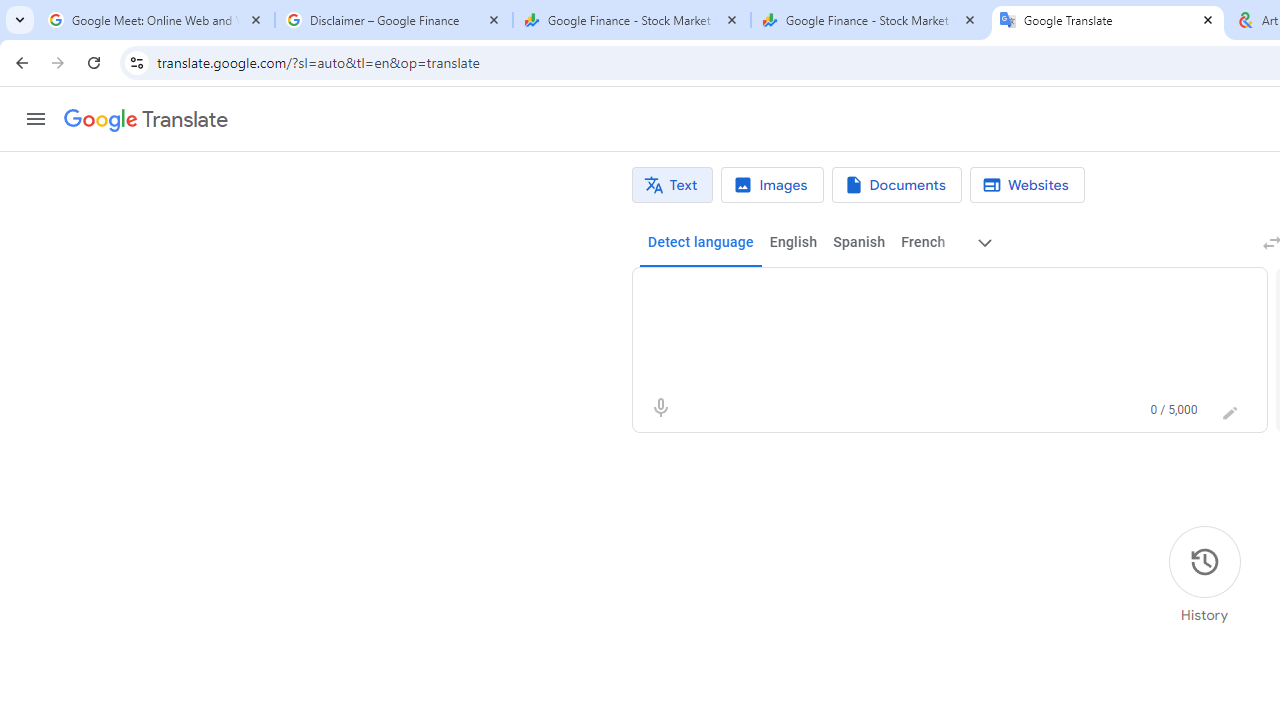  Describe the element at coordinates (895, 185) in the screenshot. I see `'Document translation'` at that location.